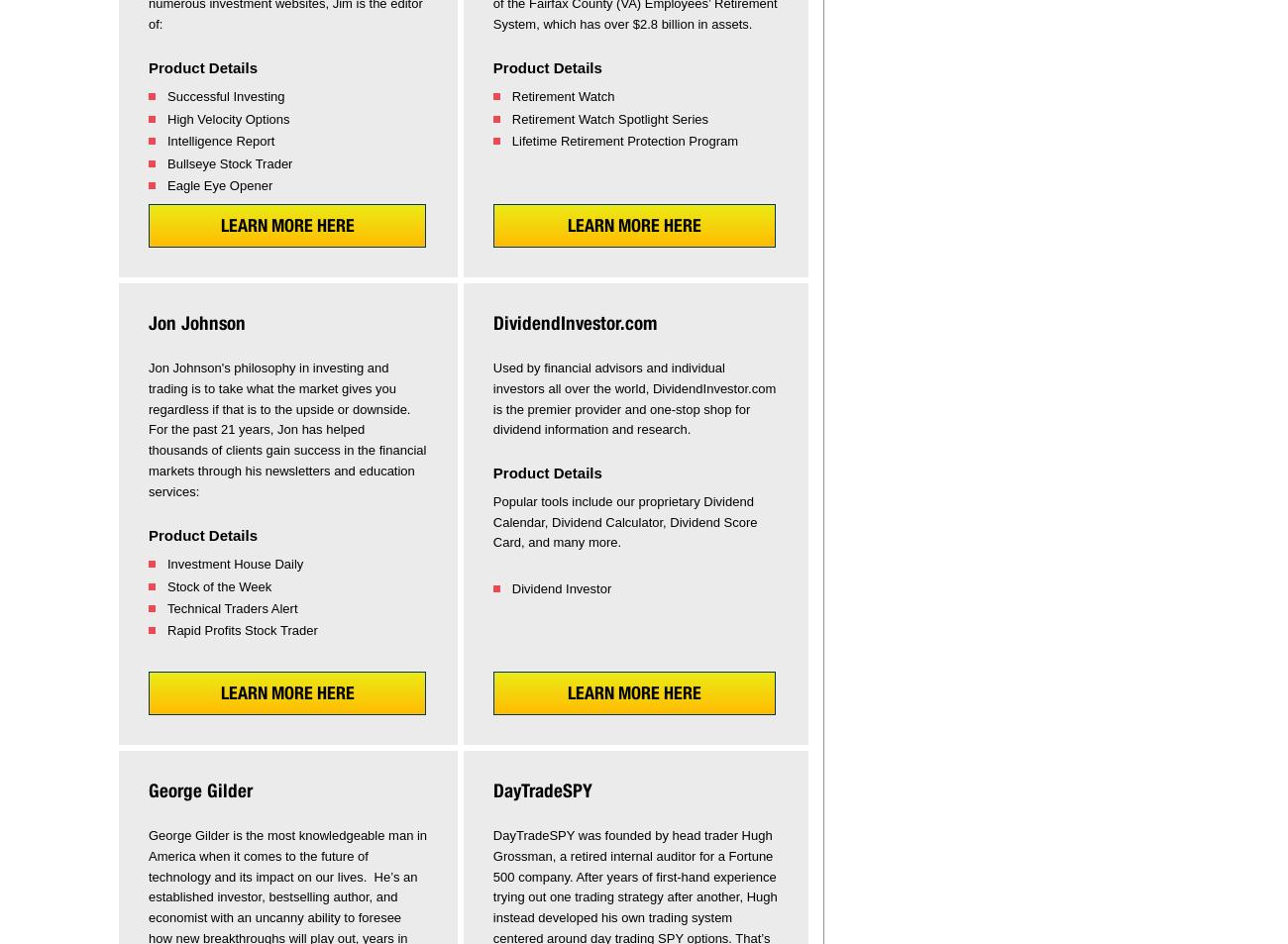 The height and width of the screenshot is (944, 1288). I want to click on 'Used by financial advisors and individual investors all over the world, DividendInvestor.com is the premier provider and one-stop shop for dividend information and research.', so click(633, 397).